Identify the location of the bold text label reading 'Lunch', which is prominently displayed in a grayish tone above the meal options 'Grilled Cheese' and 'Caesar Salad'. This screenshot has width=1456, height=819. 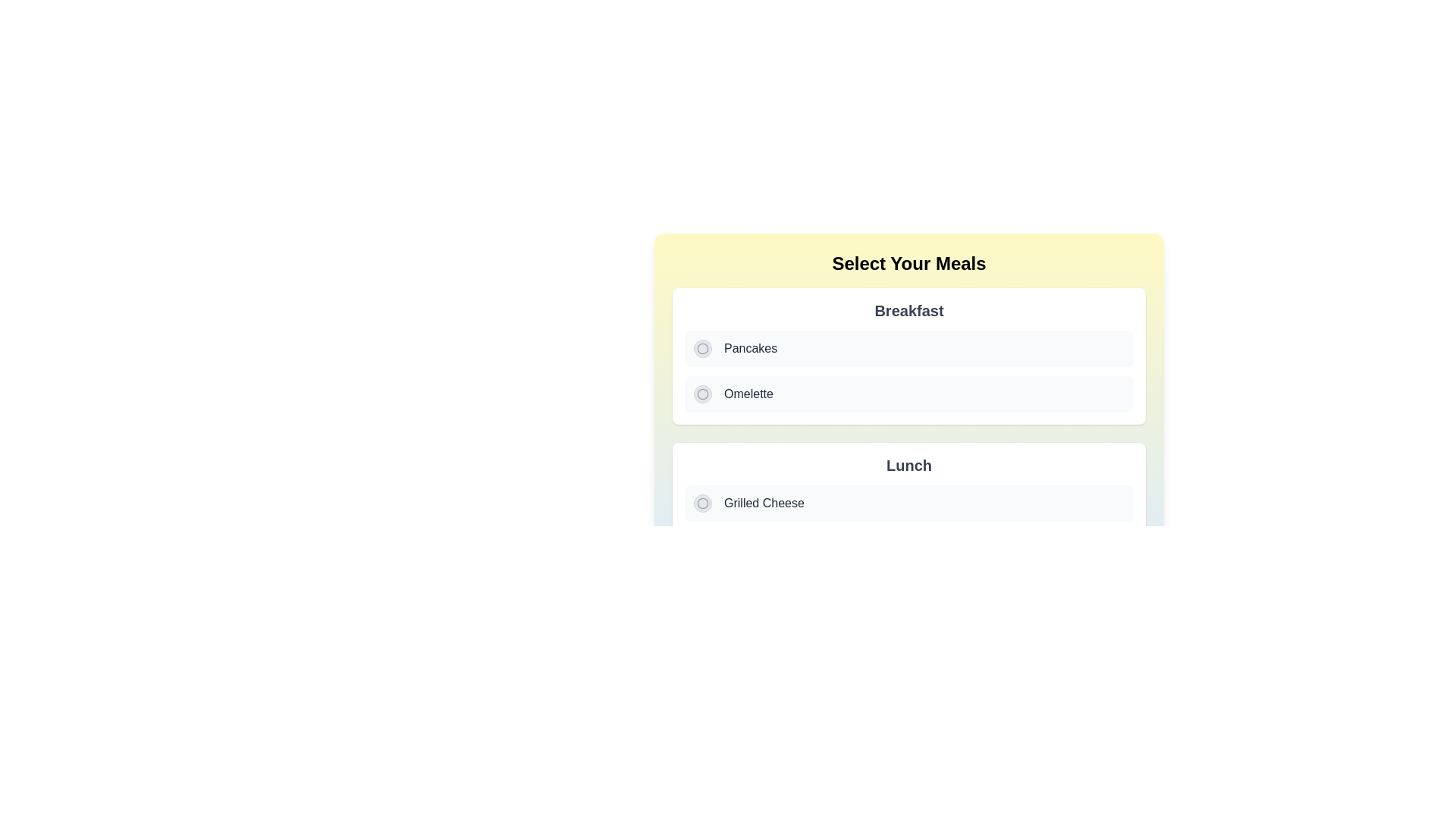
(909, 464).